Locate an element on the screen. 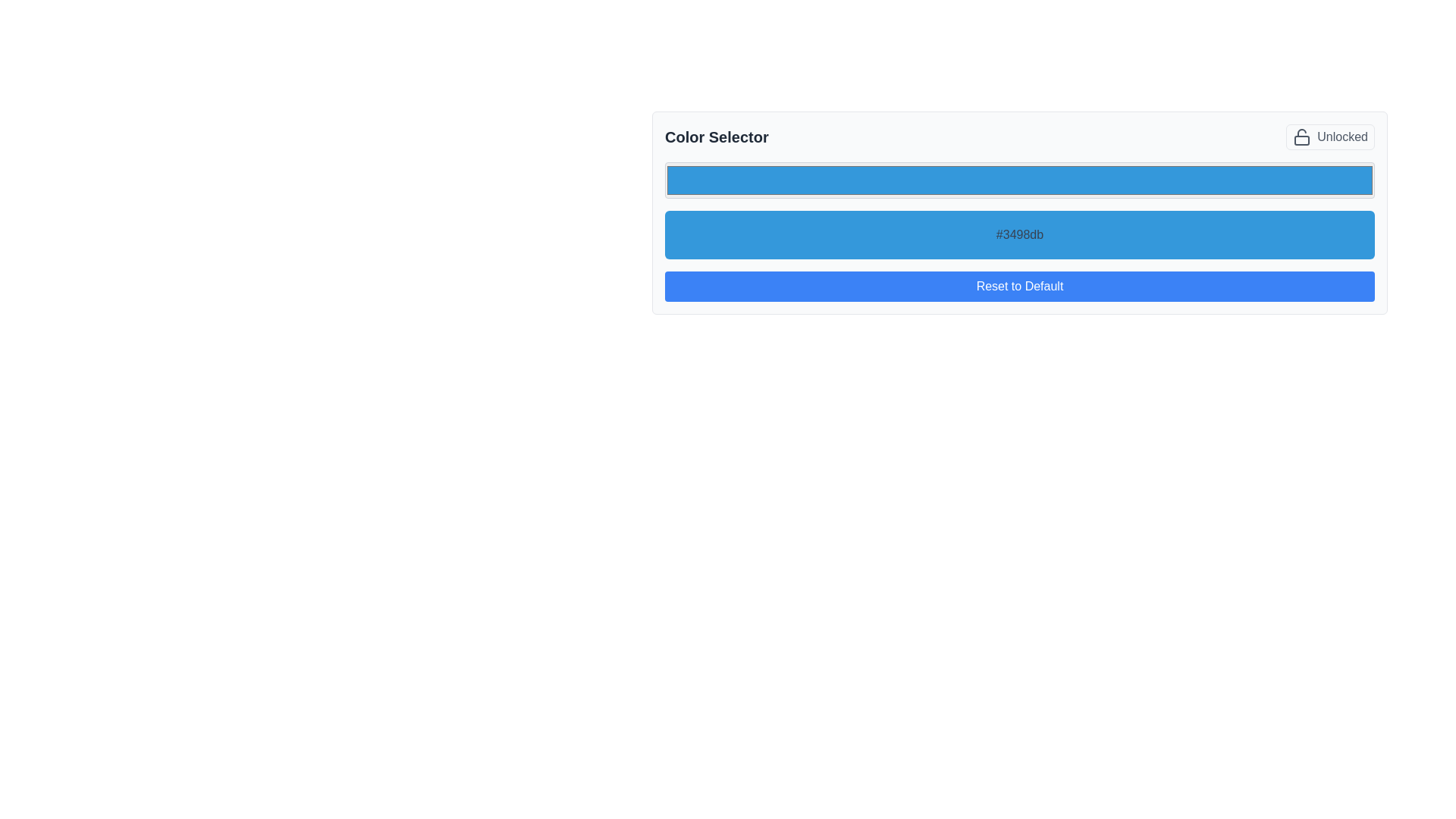 This screenshot has height=819, width=1456. the decorative part of the unlocked padlock icon, which is a small rectangle with rounded corners located in the lower section of the padlock icon is located at coordinates (1301, 140).